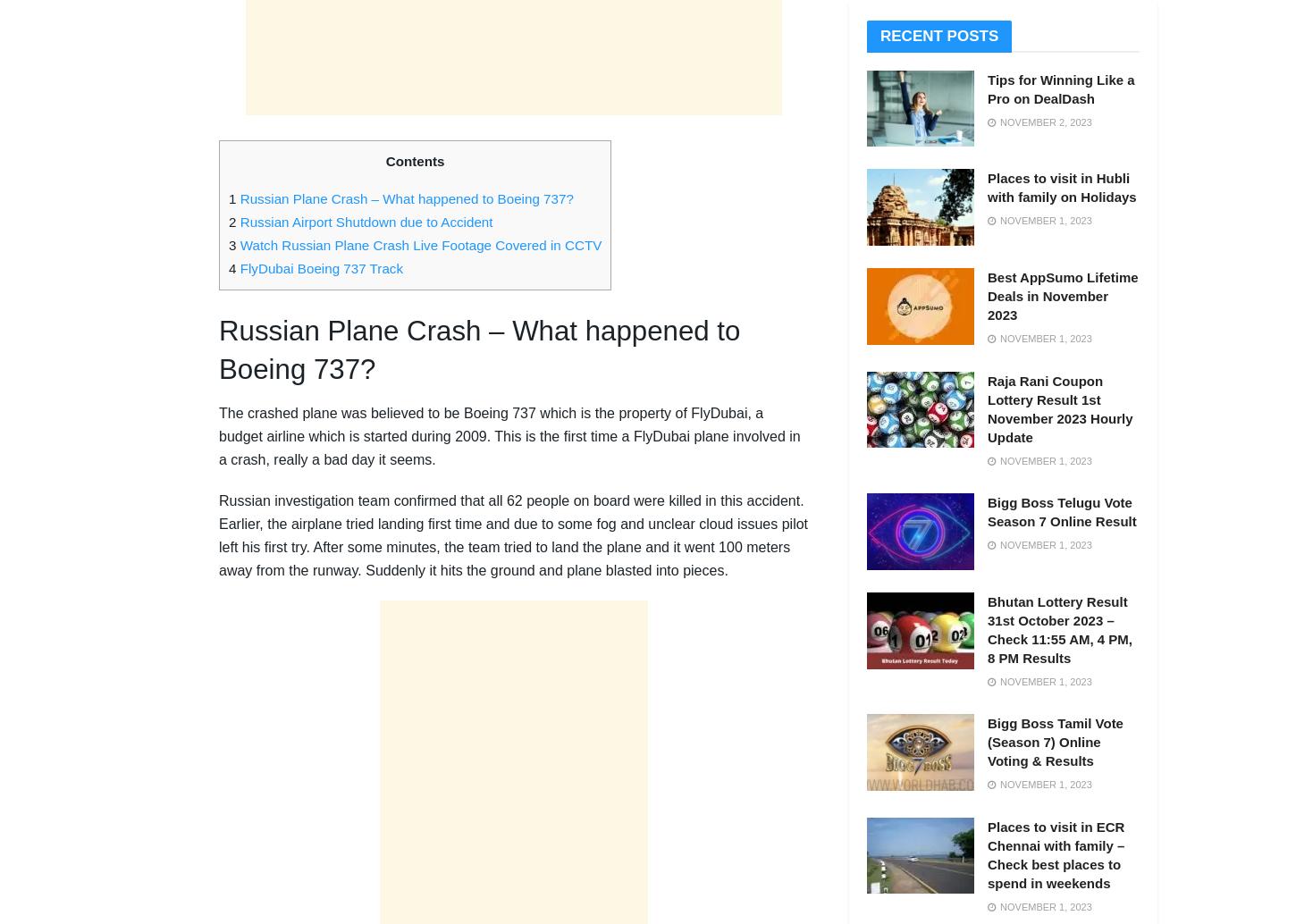 The width and height of the screenshot is (1296, 924). What do you see at coordinates (1055, 853) in the screenshot?
I see `'Places to visit in ECR Chennai with family – Check best places to spend in weekends'` at bounding box center [1055, 853].